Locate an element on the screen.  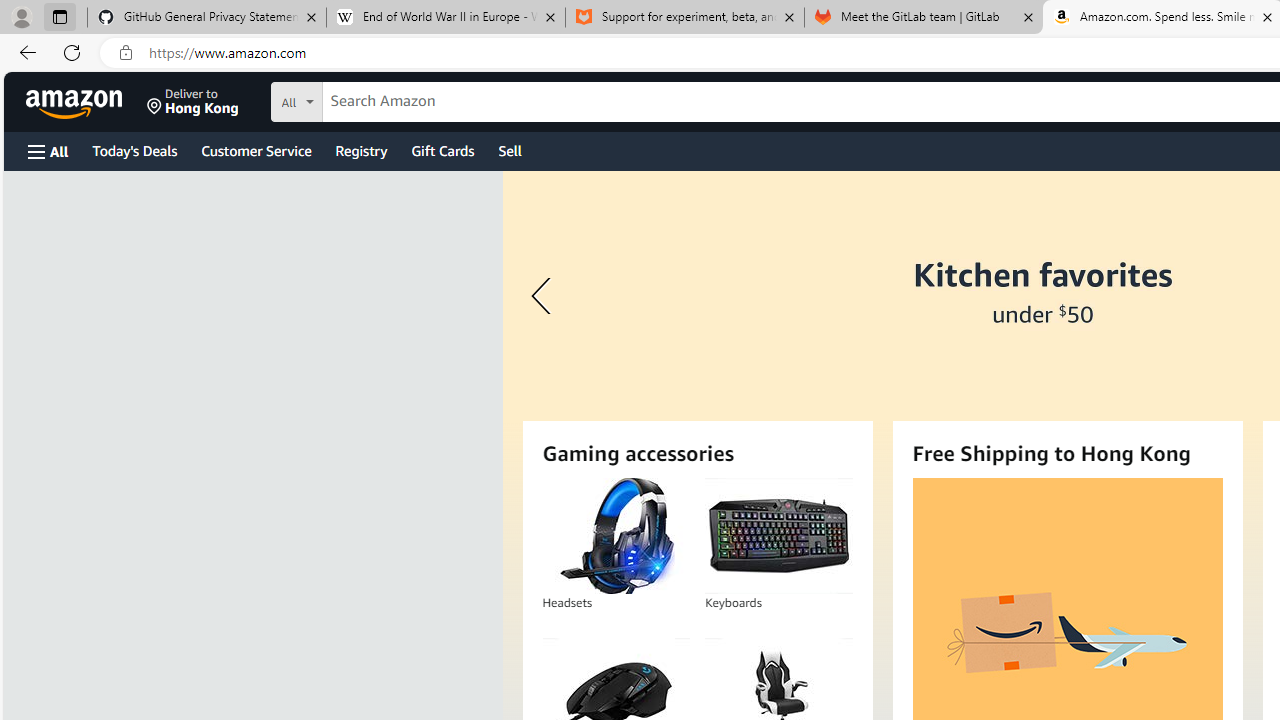
'Customer Service' is located at coordinates (255, 149).